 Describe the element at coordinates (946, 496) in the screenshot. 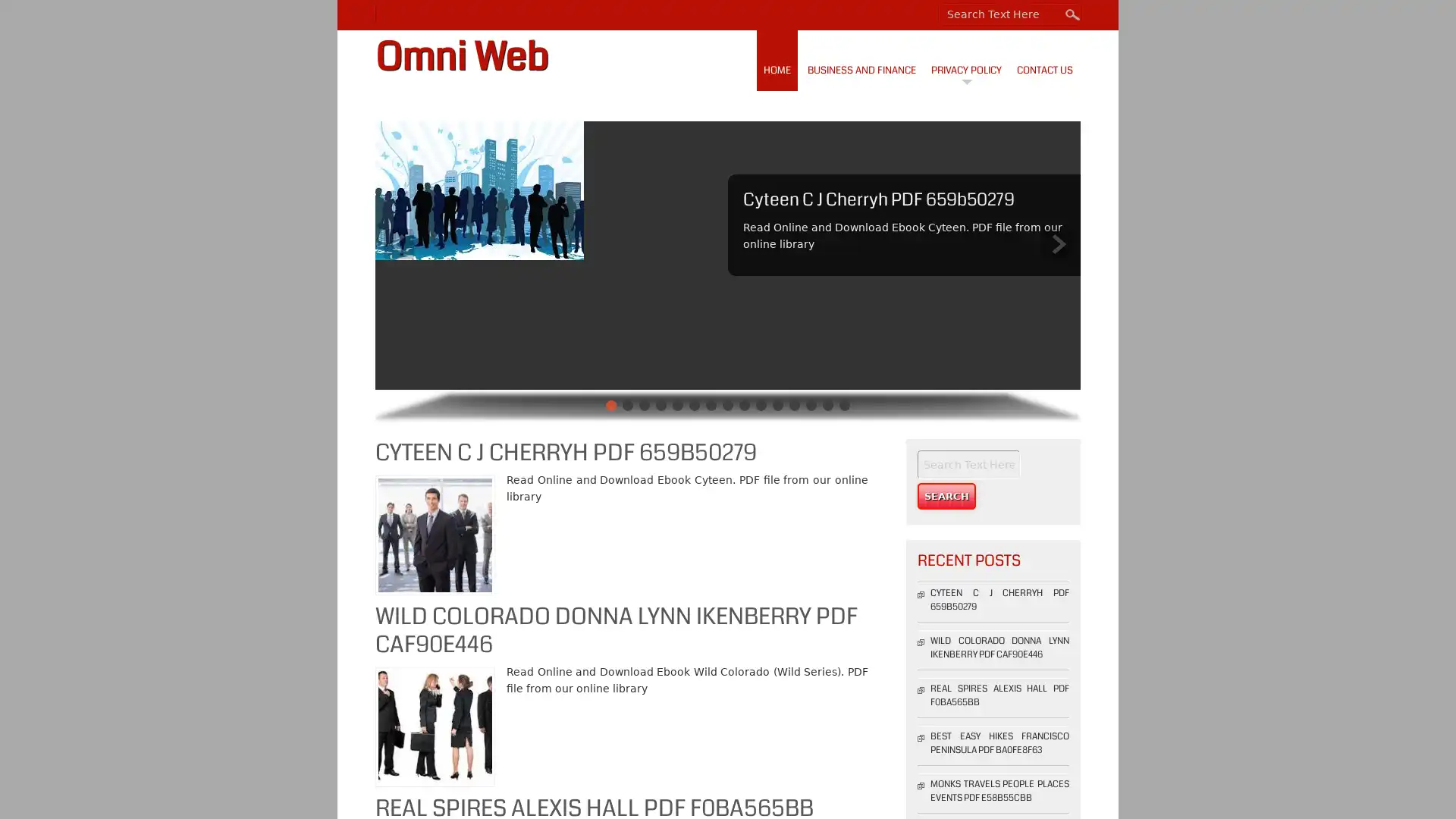

I see `Search` at that location.